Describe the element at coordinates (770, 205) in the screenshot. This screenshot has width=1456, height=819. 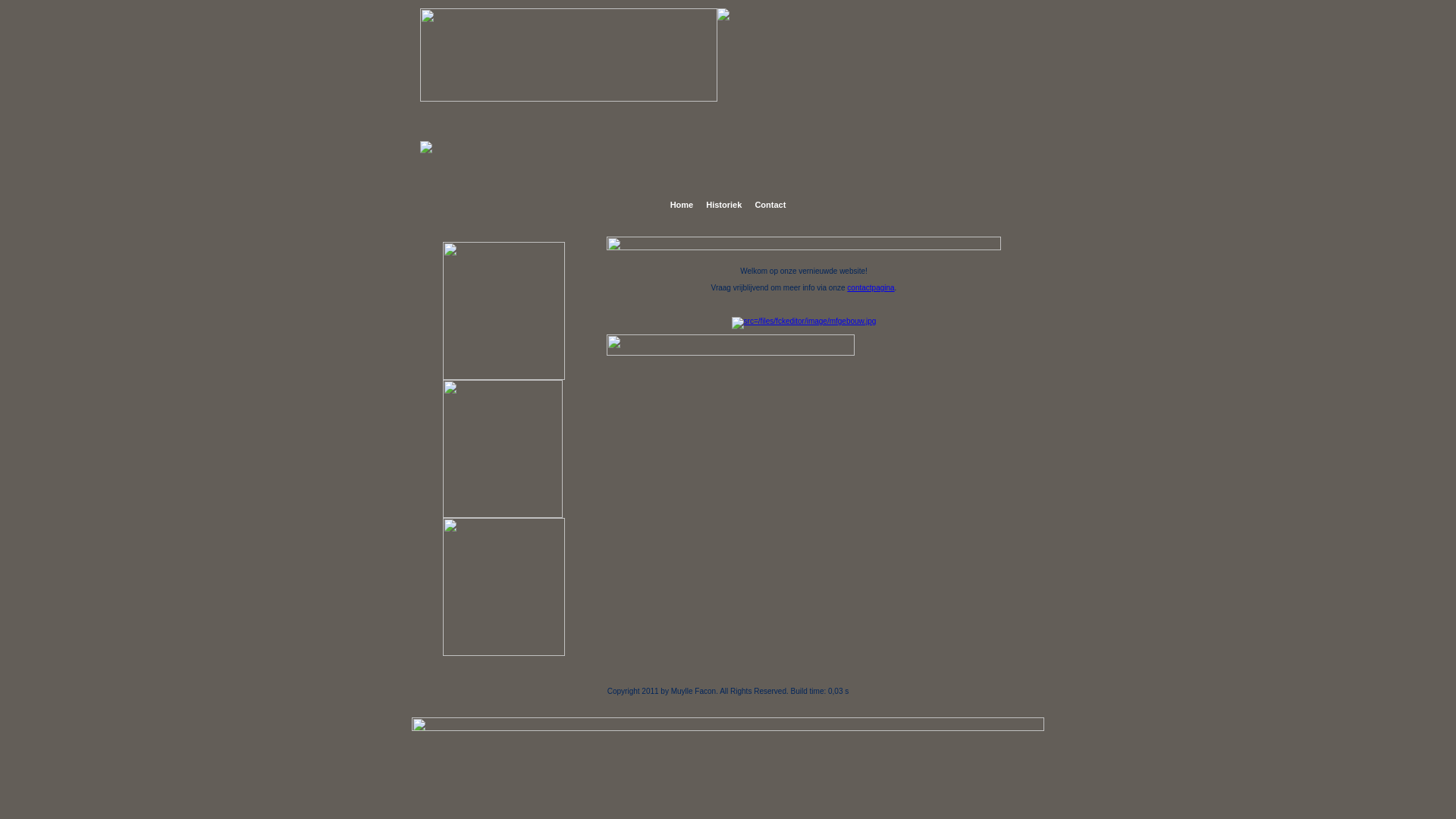
I see `'Contact'` at that location.